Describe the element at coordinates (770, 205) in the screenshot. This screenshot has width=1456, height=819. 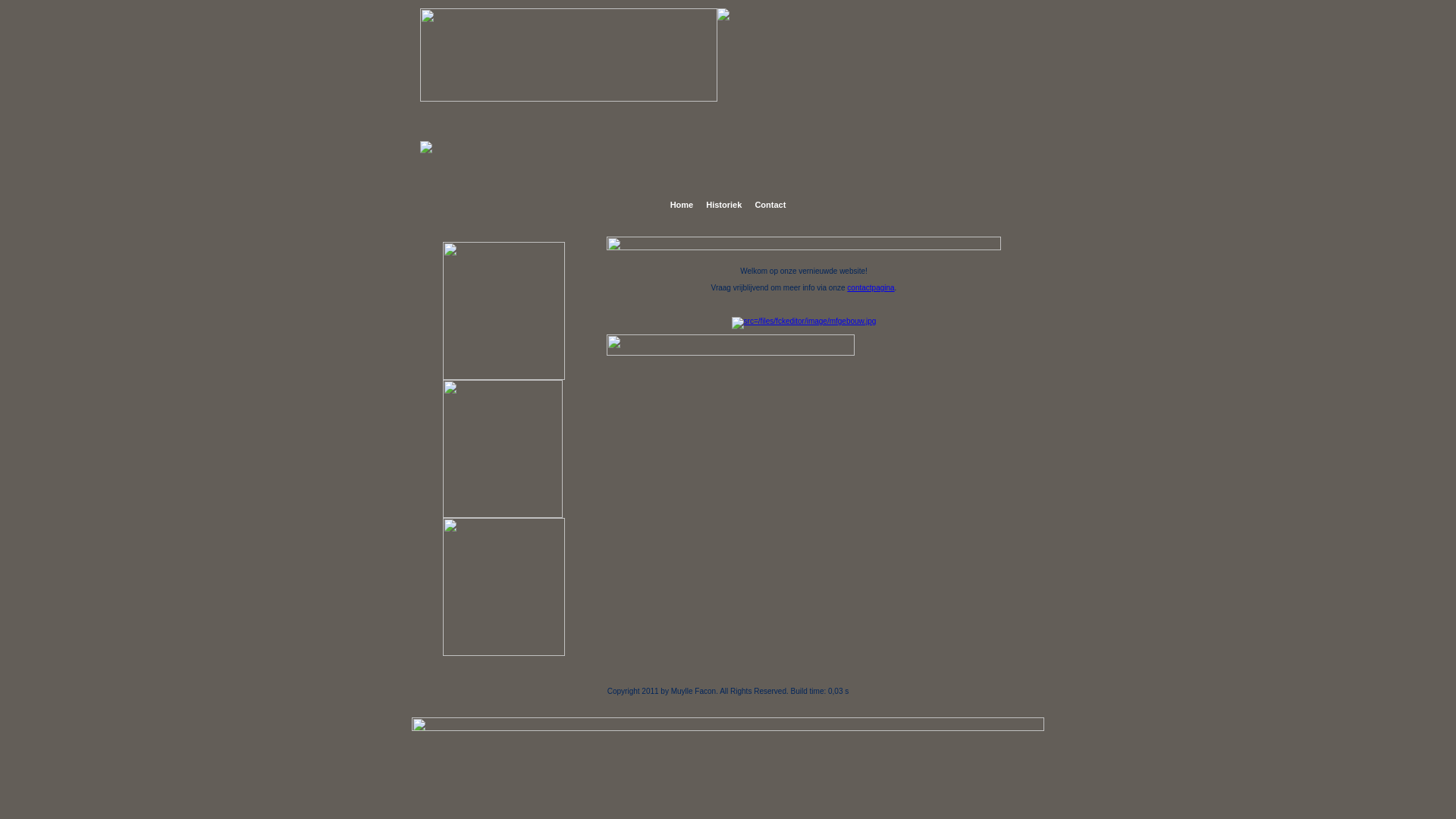
I see `'Contact'` at that location.